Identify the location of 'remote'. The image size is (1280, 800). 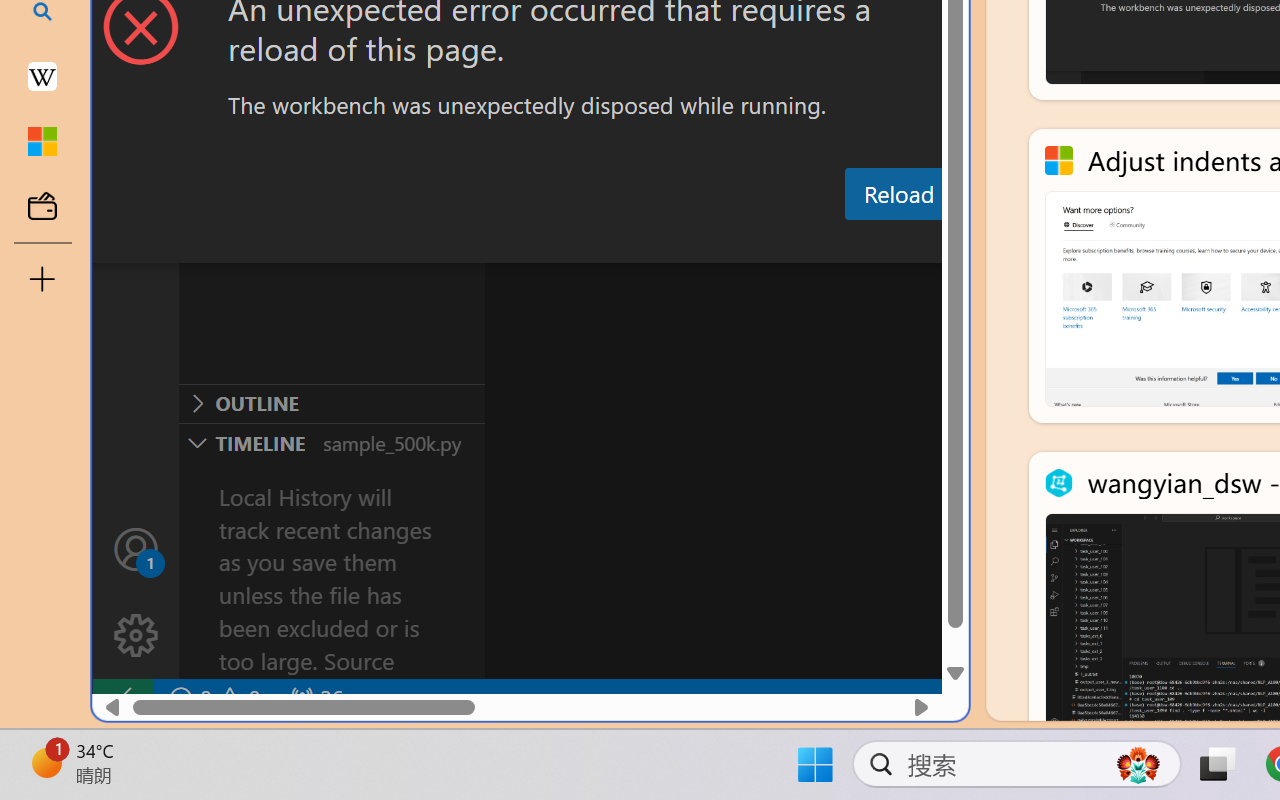
(121, 698).